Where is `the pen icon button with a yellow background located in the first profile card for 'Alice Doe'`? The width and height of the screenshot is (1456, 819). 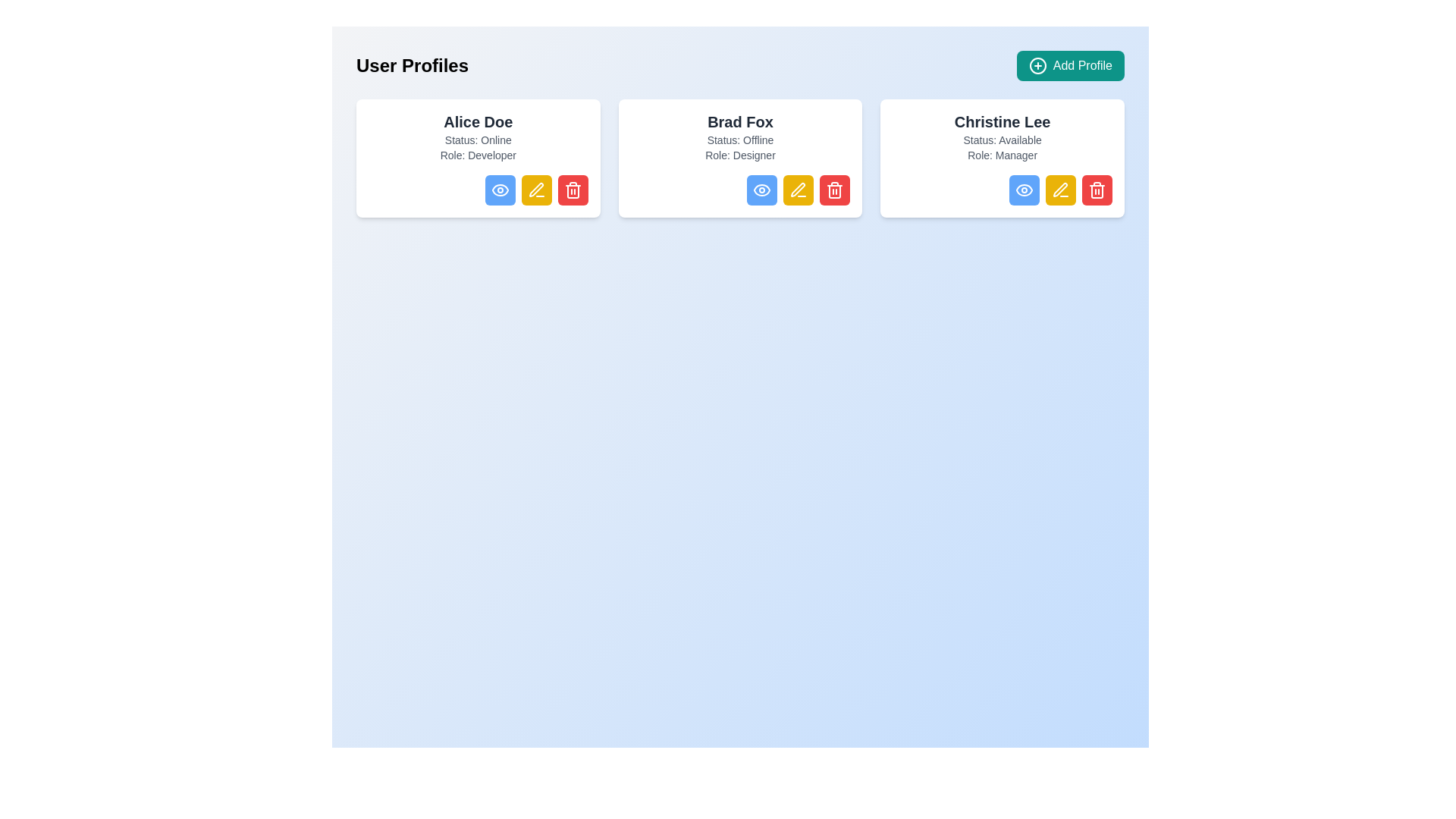 the pen icon button with a yellow background located in the first profile card for 'Alice Doe' is located at coordinates (536, 189).